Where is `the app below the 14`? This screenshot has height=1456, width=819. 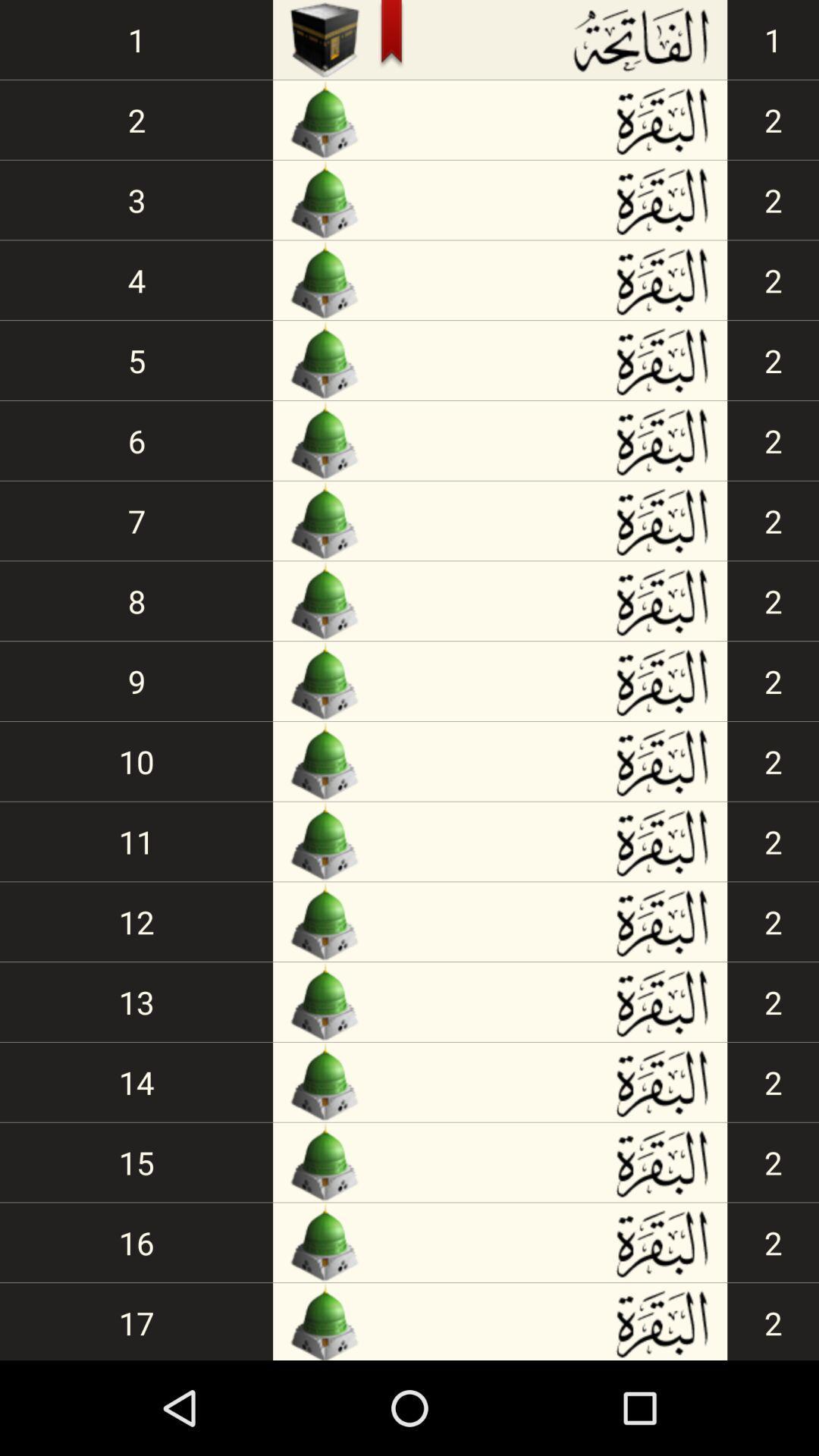
the app below the 14 is located at coordinates (136, 1161).